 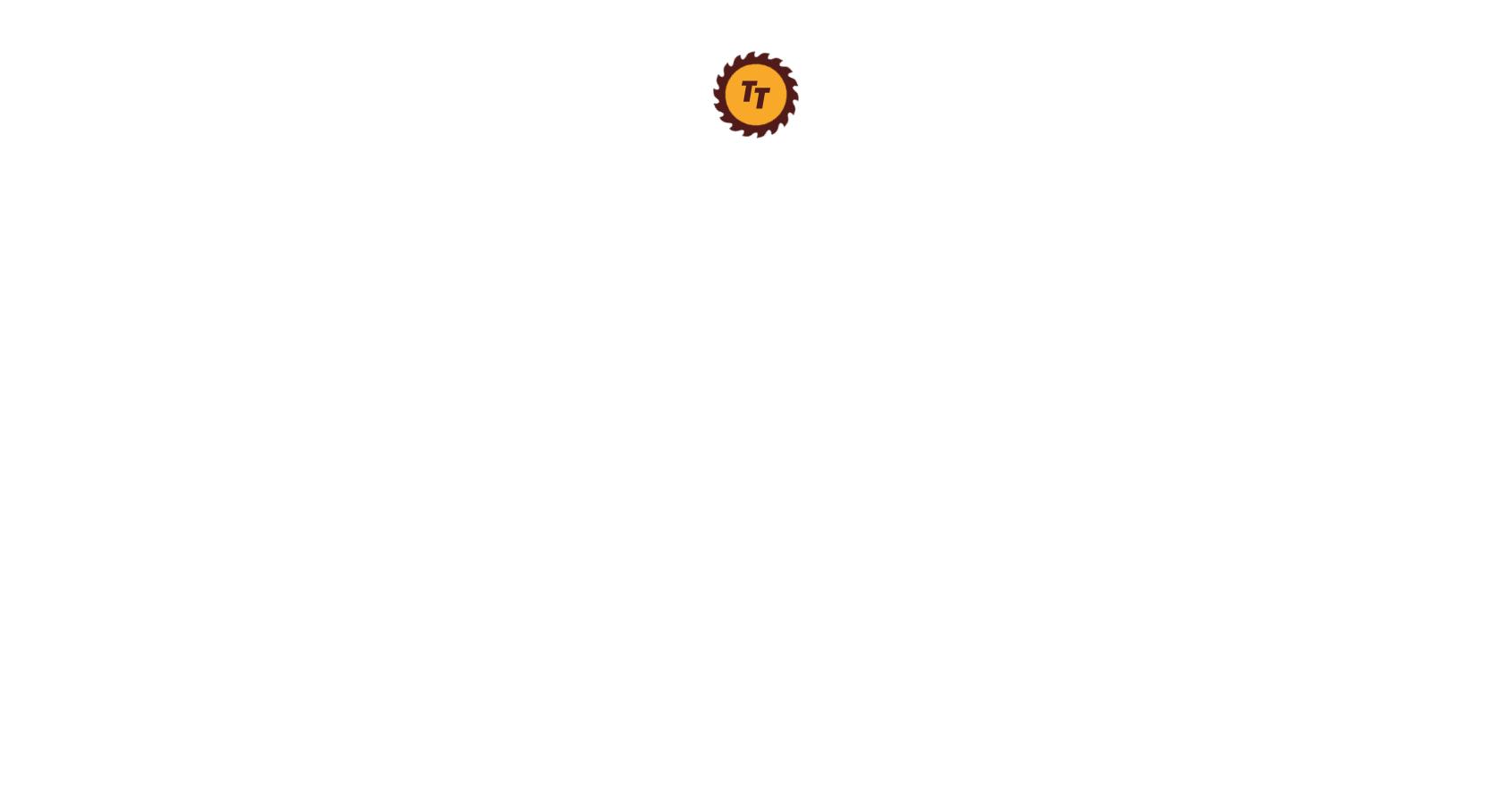 I want to click on 'Angle Finders', so click(x=155, y=33).